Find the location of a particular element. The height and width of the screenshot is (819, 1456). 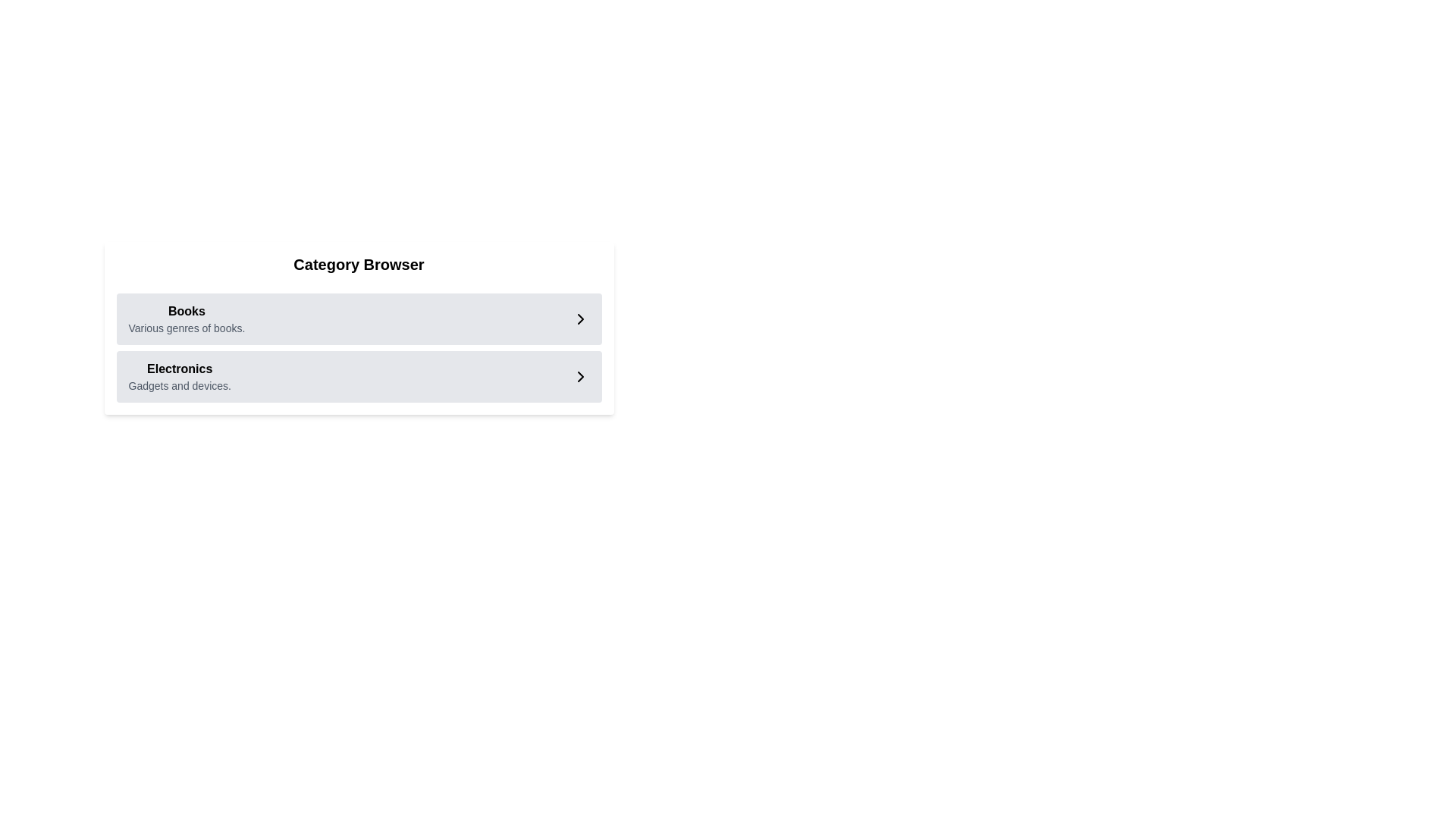

the category label and description element for Books, positioned within the first item of a vertical list of categories, to possibly reveal additional options is located at coordinates (186, 318).